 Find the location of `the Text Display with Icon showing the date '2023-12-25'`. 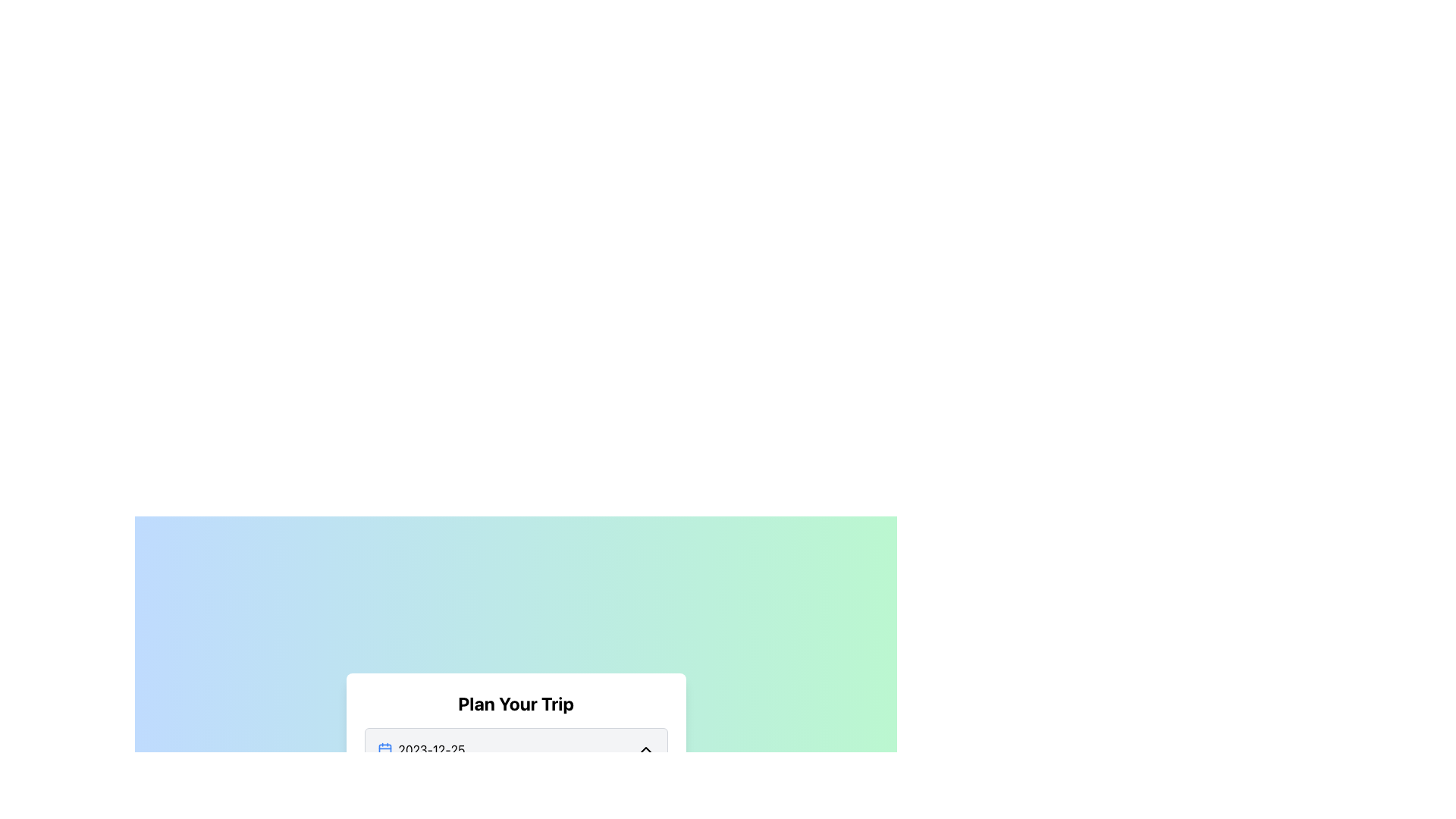

the Text Display with Icon showing the date '2023-12-25' is located at coordinates (421, 748).